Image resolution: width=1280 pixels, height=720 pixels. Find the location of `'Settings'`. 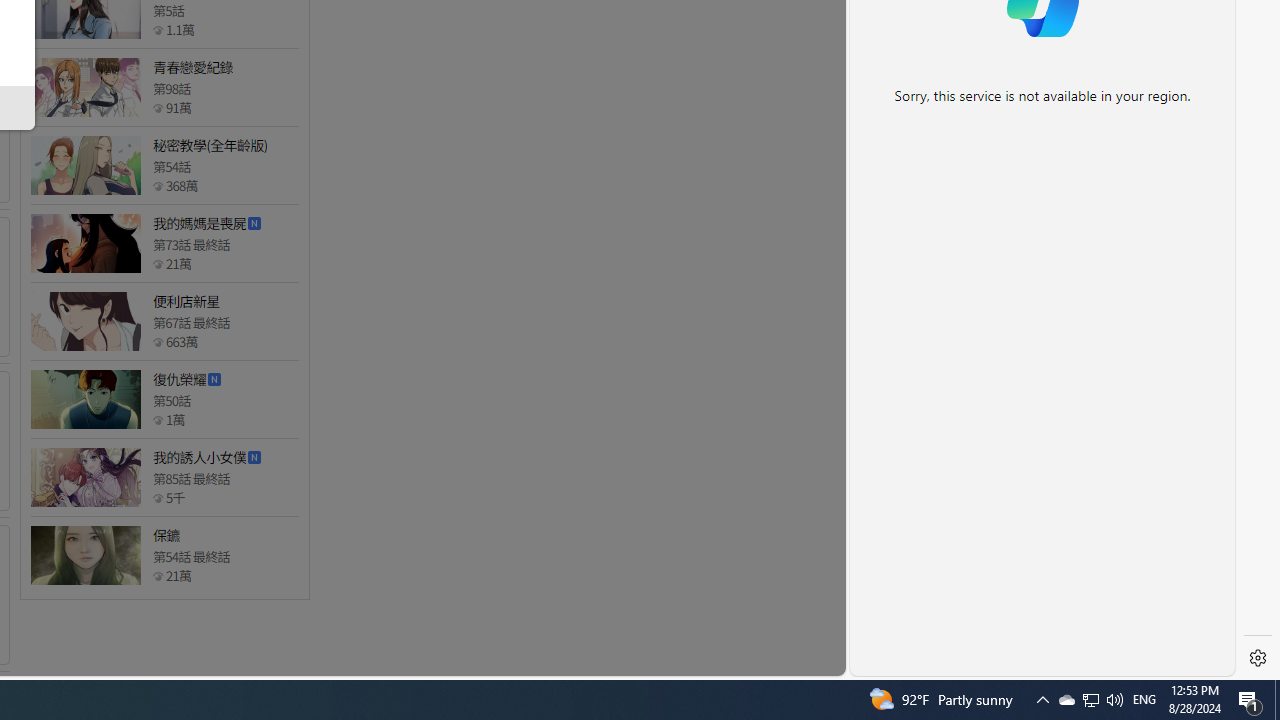

'Settings' is located at coordinates (1257, 658).